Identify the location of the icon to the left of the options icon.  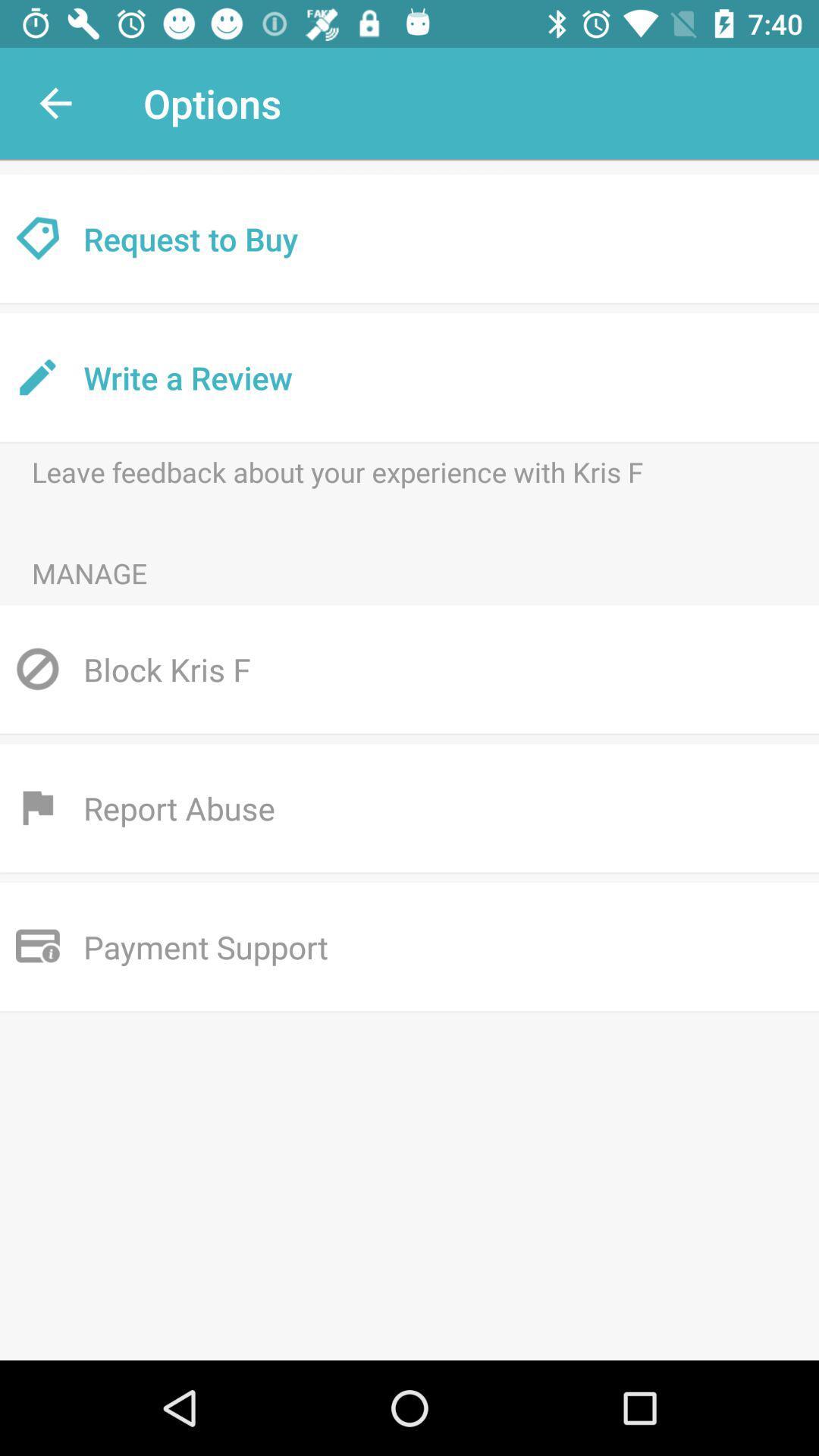
(55, 102).